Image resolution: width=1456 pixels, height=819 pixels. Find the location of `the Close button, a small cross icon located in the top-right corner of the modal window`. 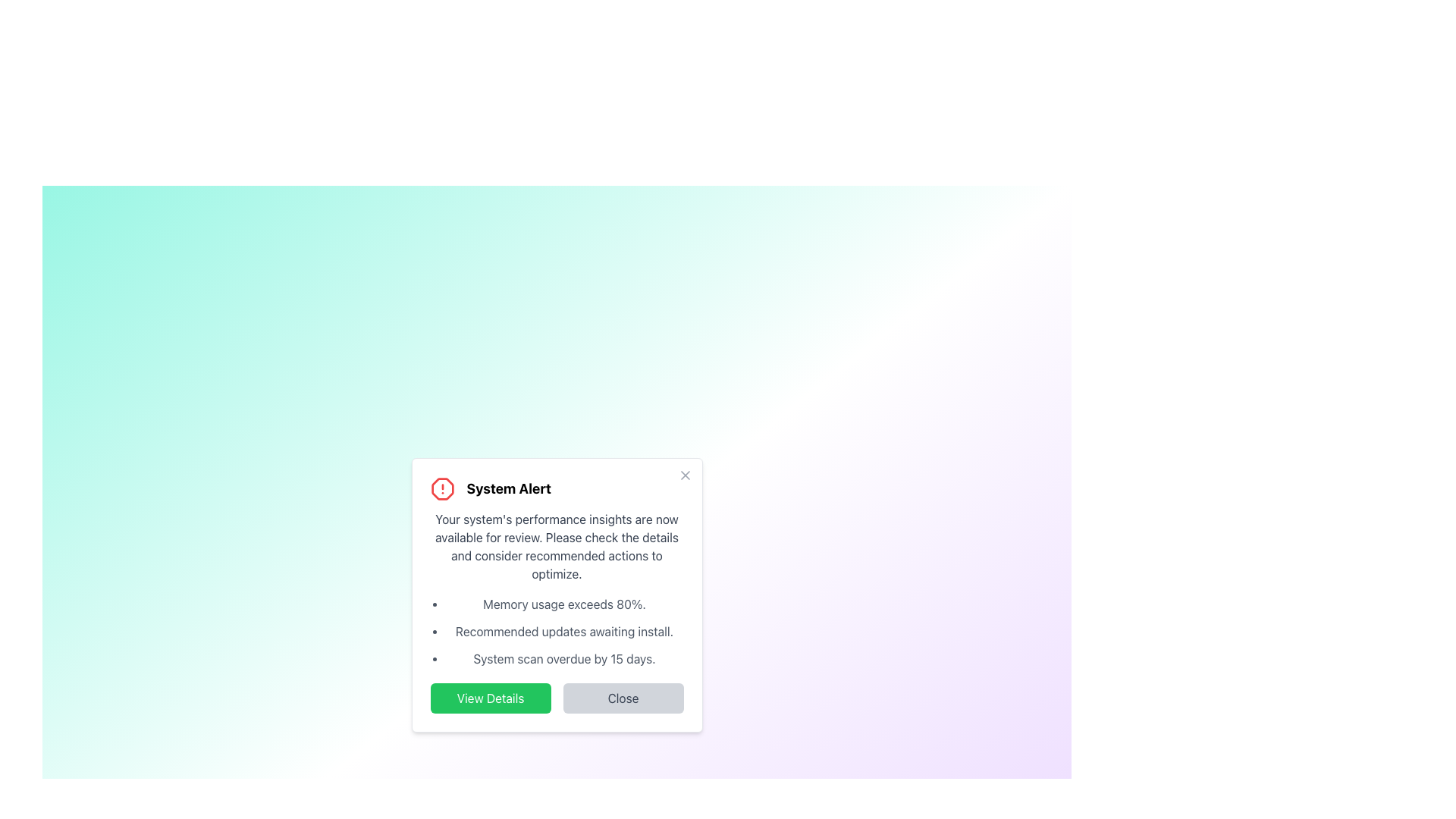

the Close button, a small cross icon located in the top-right corner of the modal window is located at coordinates (684, 475).